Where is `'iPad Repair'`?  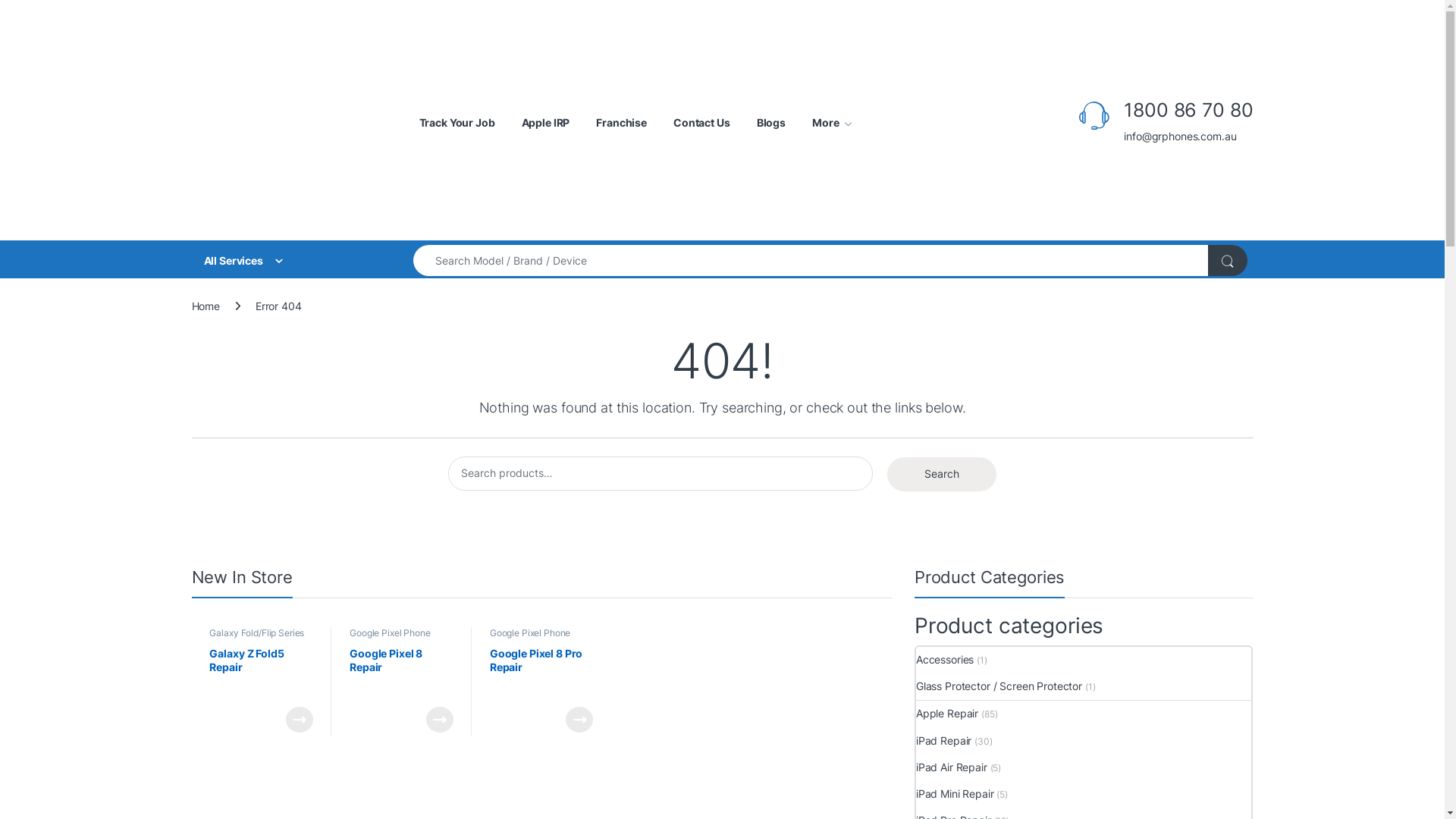 'iPad Repair' is located at coordinates (915, 739).